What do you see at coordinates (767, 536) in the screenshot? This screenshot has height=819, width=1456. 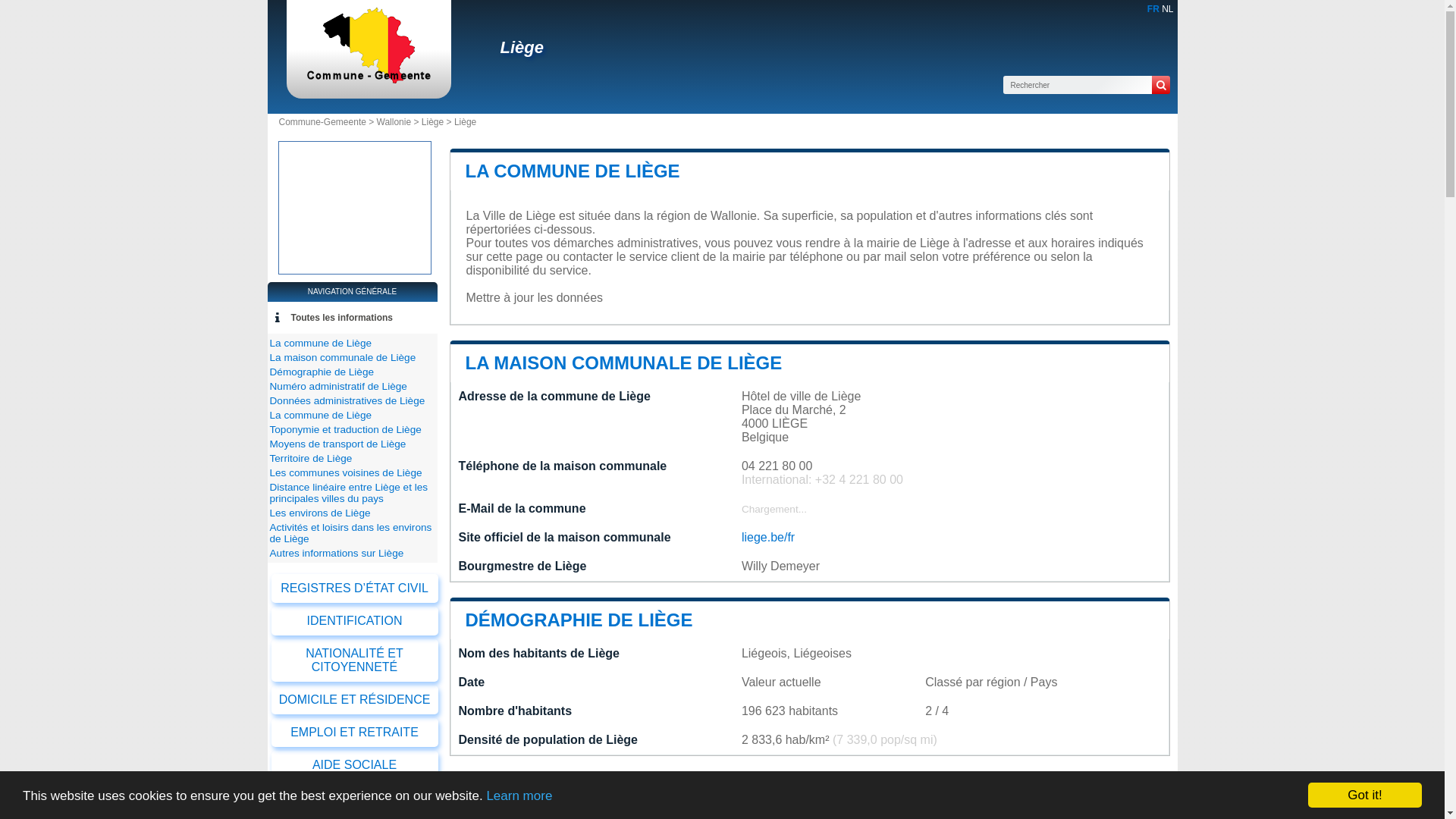 I see `'liege.be/fr'` at bounding box center [767, 536].